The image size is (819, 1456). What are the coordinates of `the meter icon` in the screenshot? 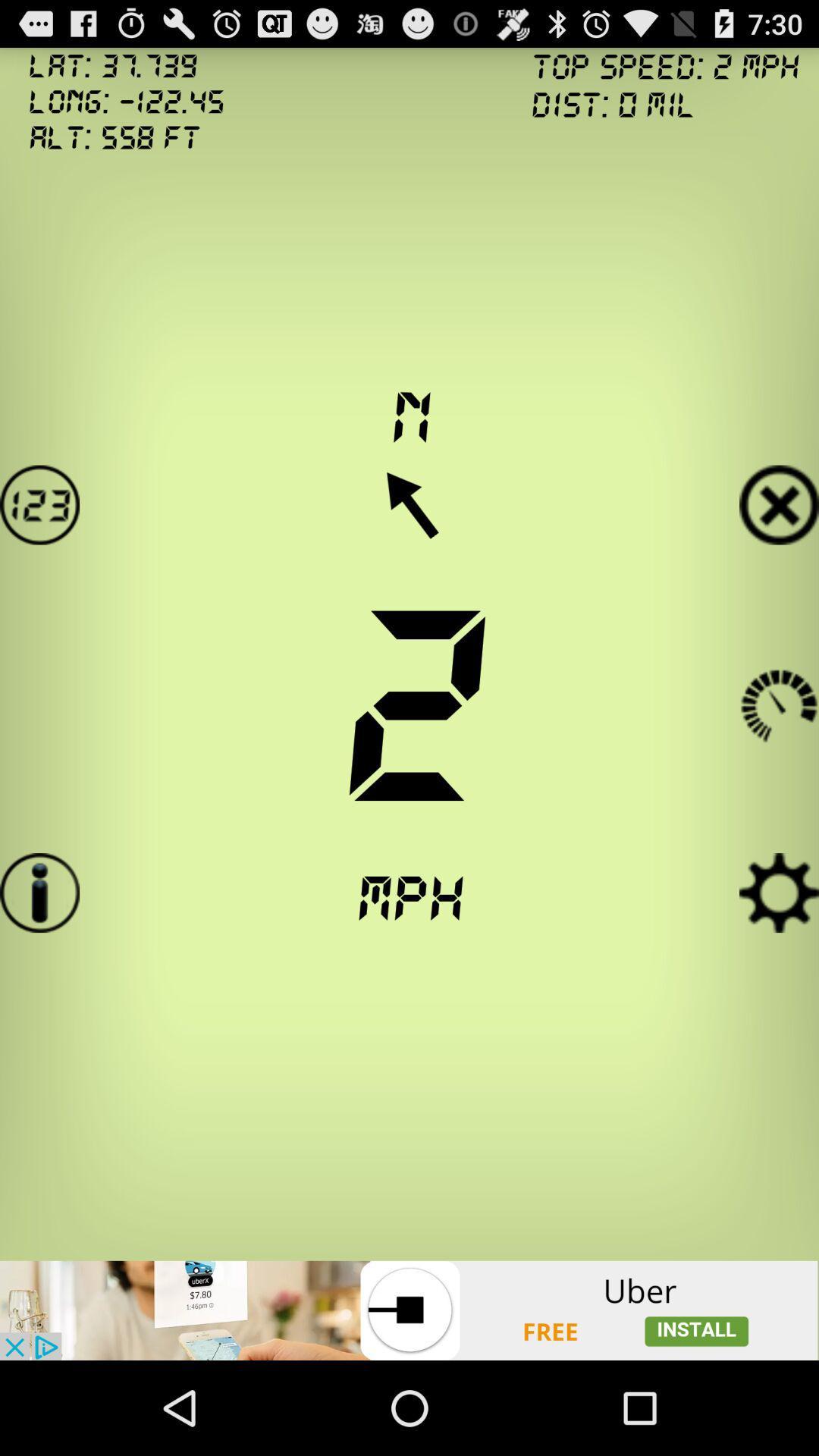 It's located at (779, 703).